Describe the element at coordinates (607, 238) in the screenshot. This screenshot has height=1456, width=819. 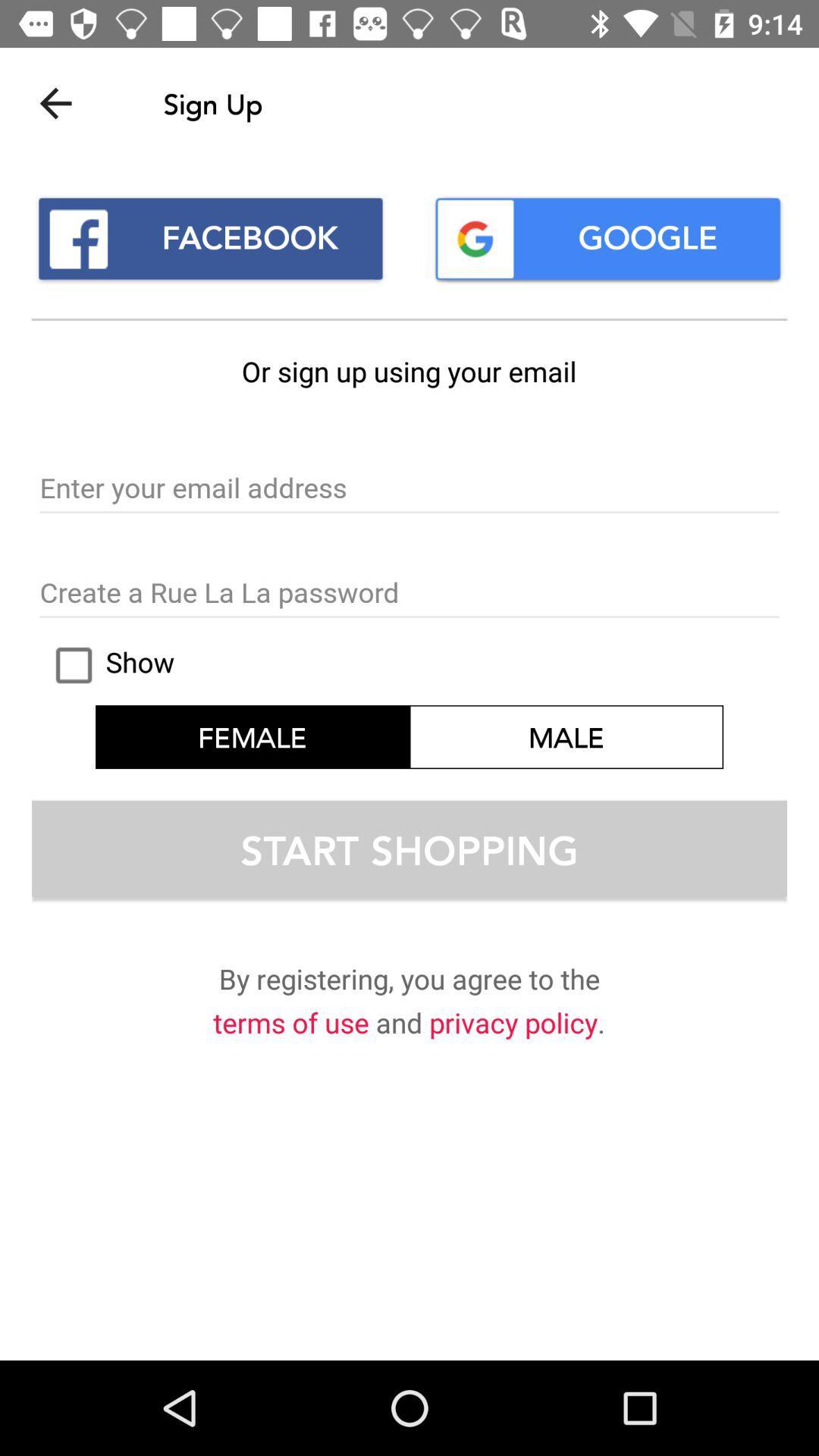
I see `google icon` at that location.